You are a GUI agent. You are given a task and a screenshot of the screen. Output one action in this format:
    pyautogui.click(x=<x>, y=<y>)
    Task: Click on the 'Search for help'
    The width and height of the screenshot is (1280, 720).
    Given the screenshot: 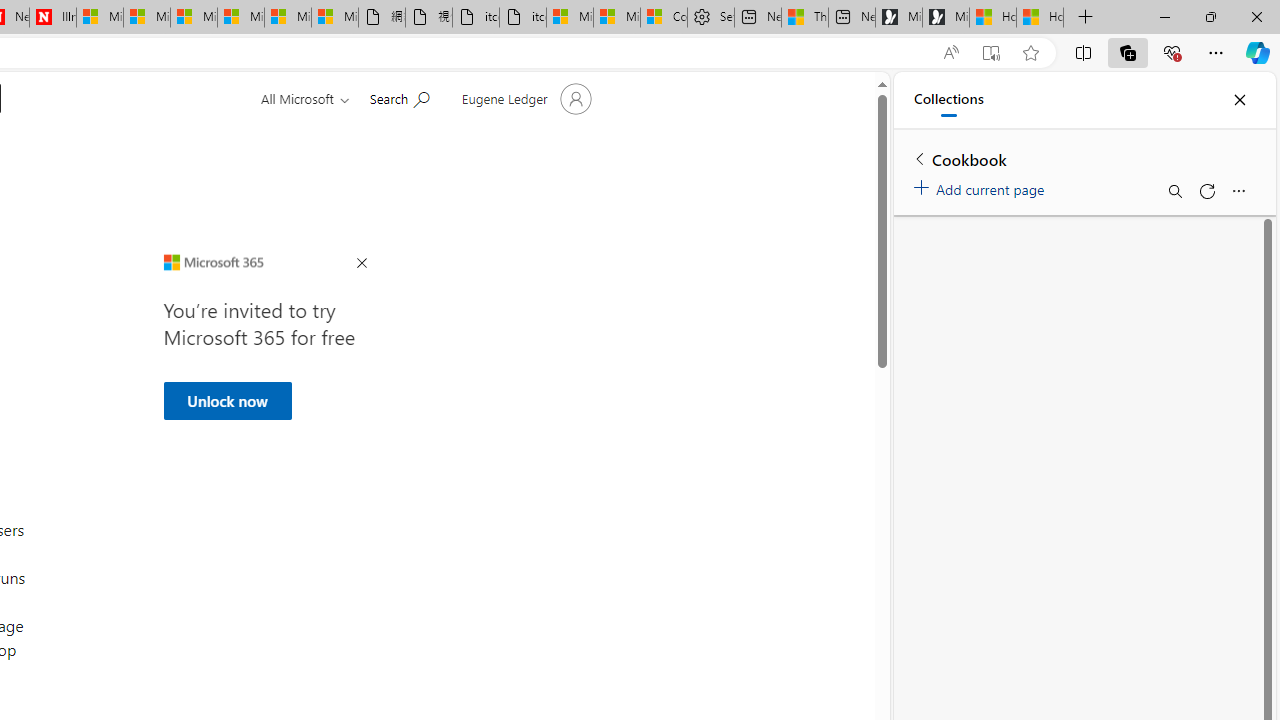 What is the action you would take?
    pyautogui.click(x=399, y=97)
    